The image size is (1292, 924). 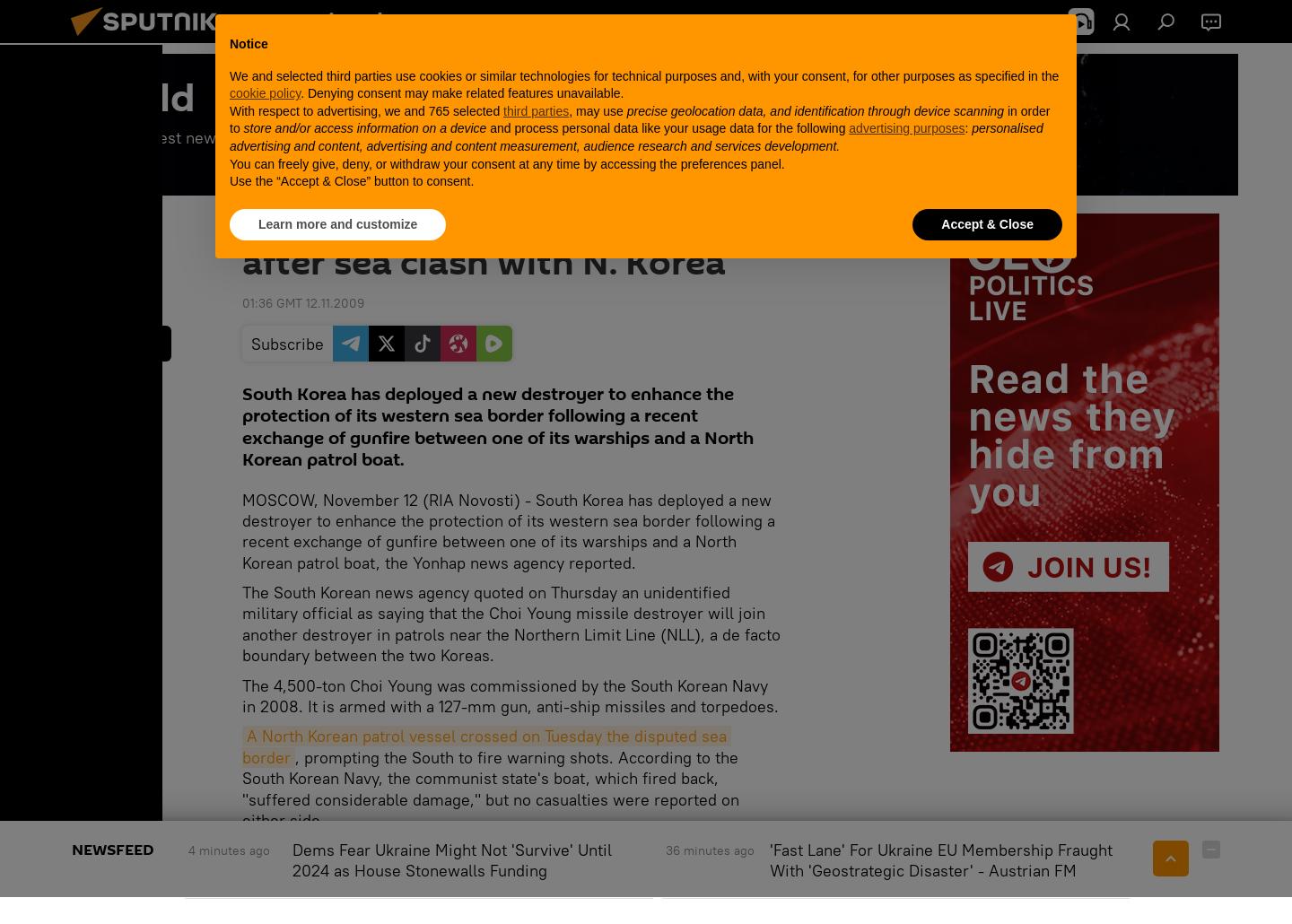 I want to click on 'You can freely give, deny, or withdraw your consent at any time by accessing the preferences panel.', so click(x=507, y=163).